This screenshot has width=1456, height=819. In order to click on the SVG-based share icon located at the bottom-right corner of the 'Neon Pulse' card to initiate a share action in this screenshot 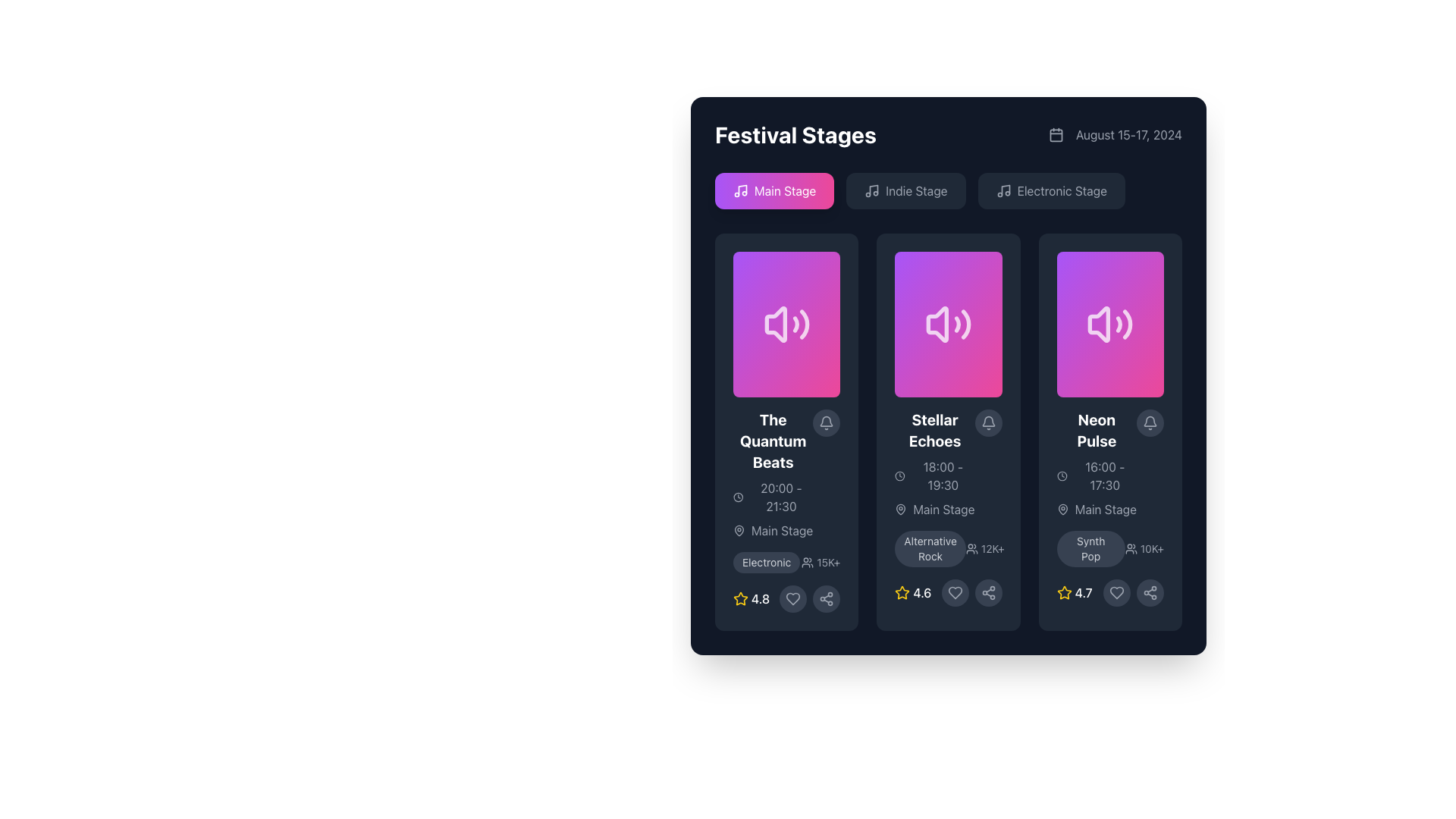, I will do `click(1150, 592)`.